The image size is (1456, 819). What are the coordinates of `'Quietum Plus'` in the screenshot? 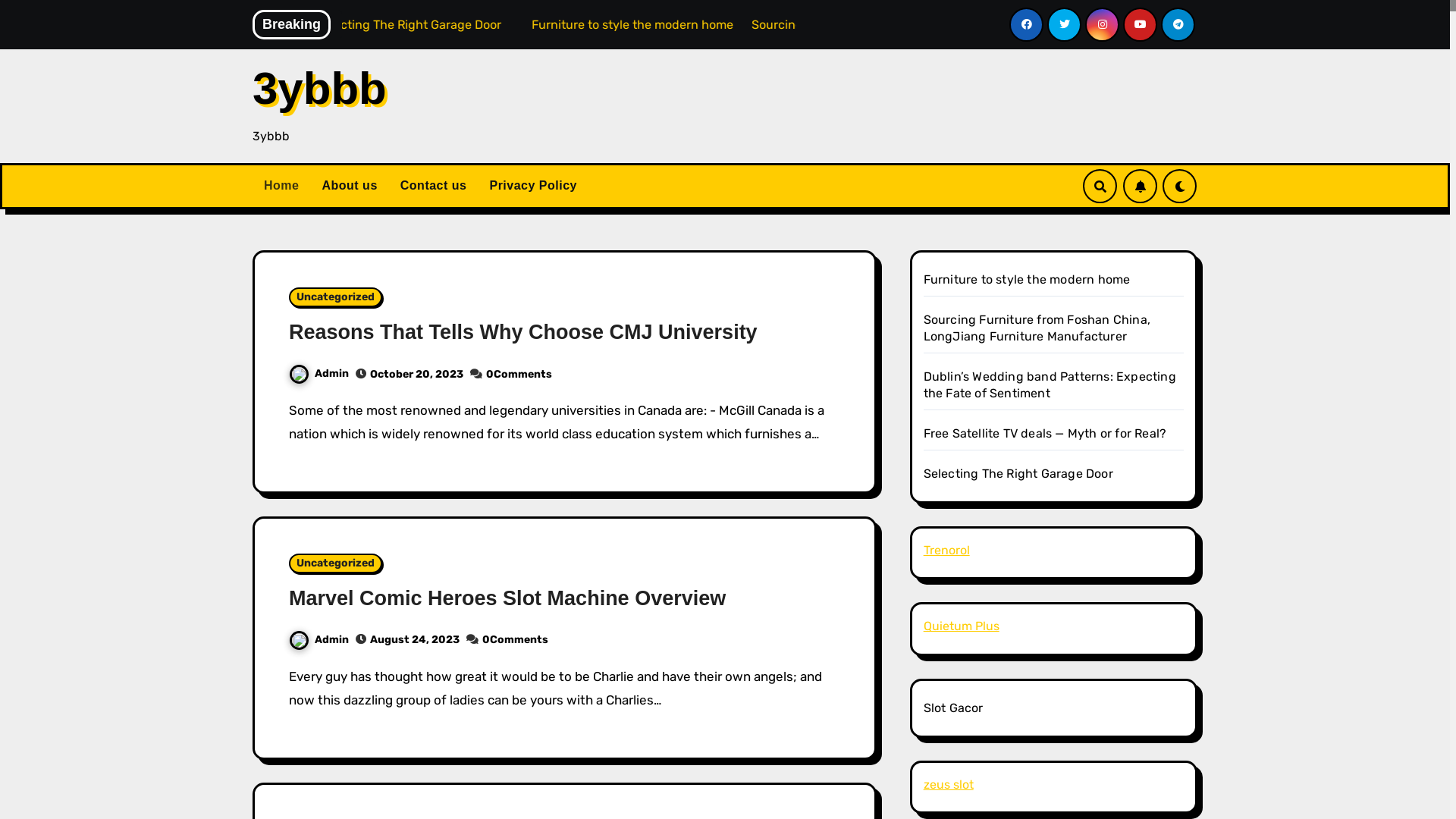 It's located at (960, 626).